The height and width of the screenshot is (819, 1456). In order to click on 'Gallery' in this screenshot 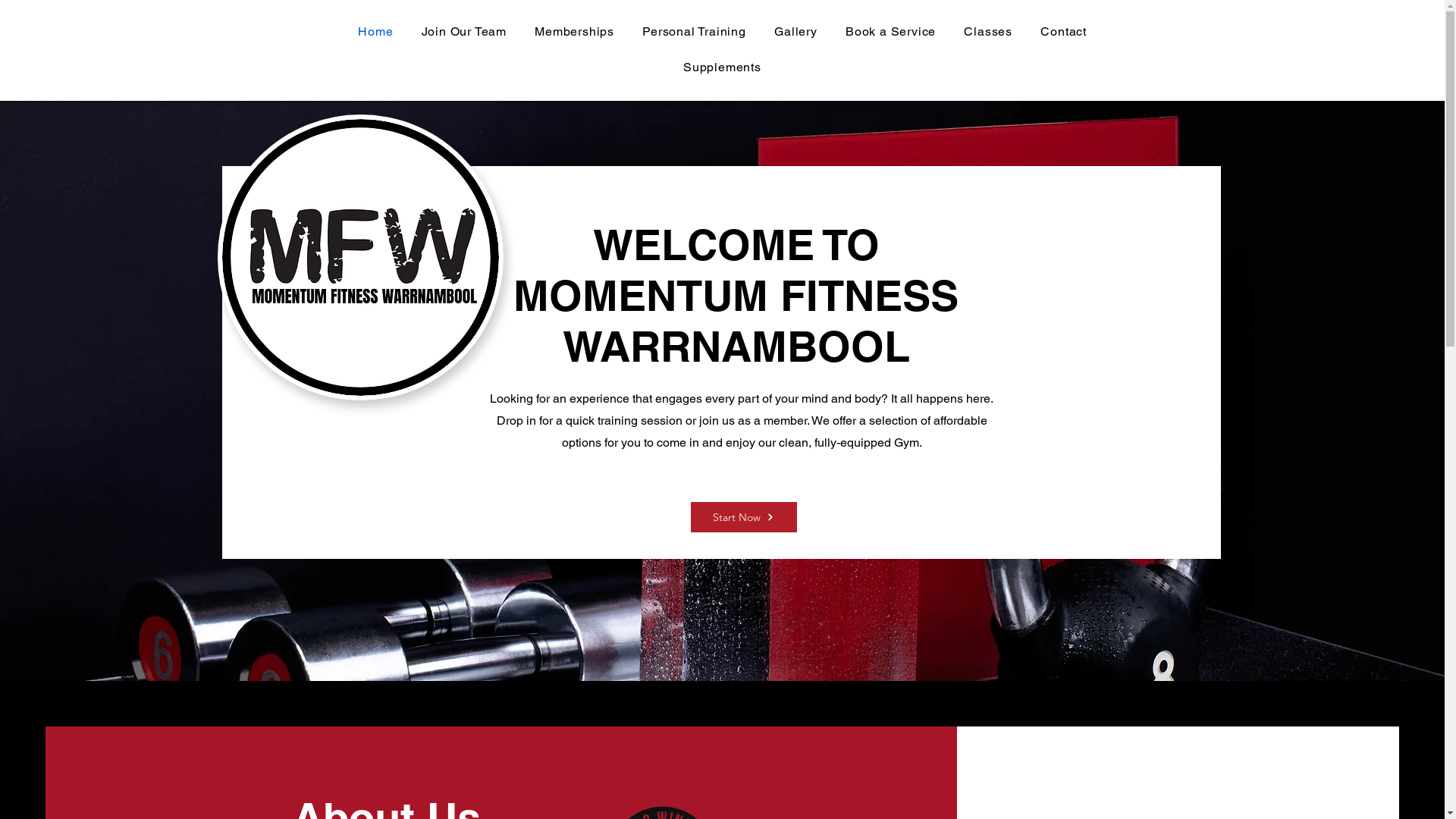, I will do `click(764, 31)`.